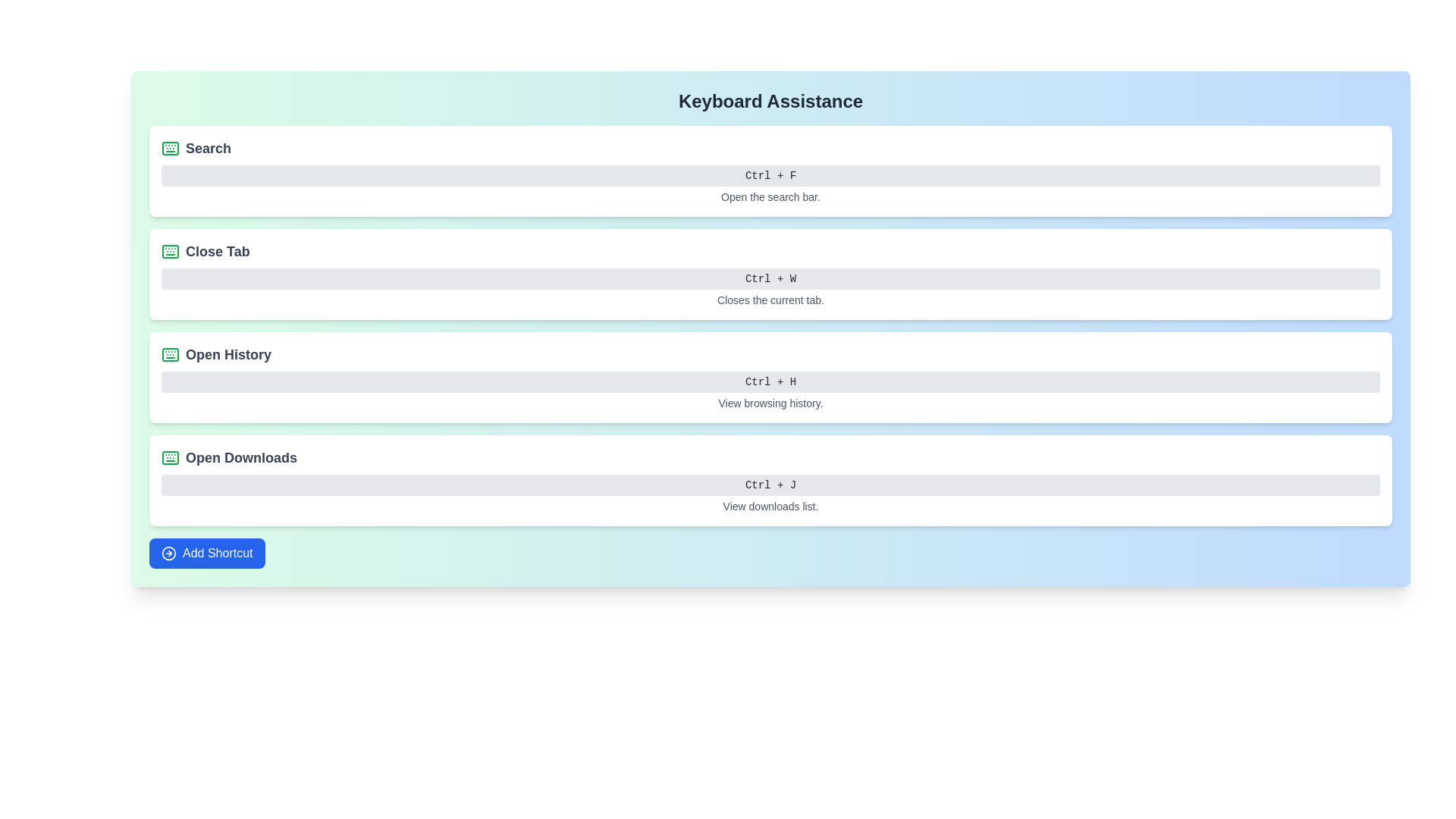 The image size is (1456, 819). I want to click on the rectangular background element of the SVG icon, which features rounded corners and is centralized within the icon's layout, so click(171, 457).